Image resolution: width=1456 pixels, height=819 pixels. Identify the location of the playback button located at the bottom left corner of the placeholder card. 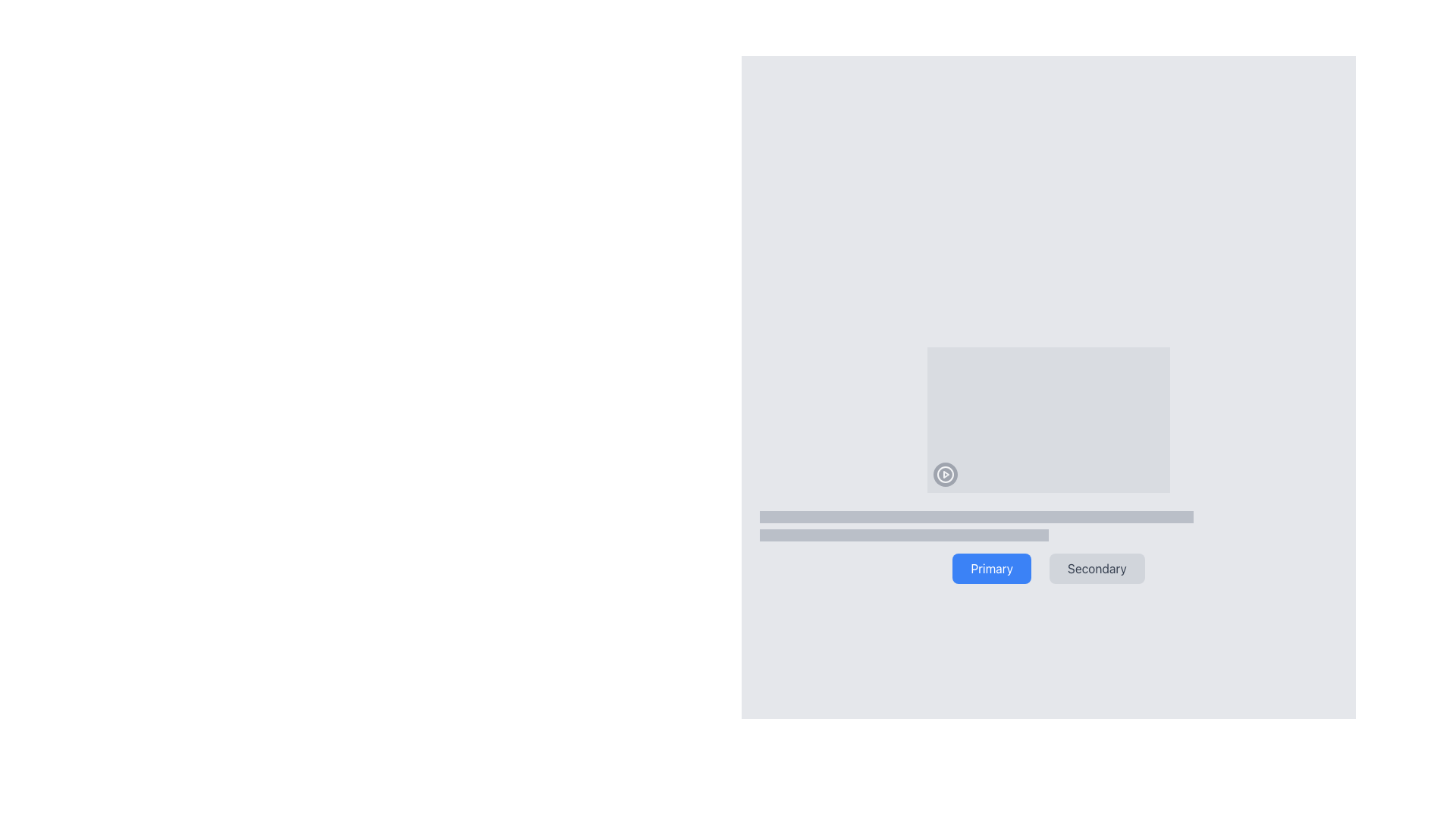
(945, 473).